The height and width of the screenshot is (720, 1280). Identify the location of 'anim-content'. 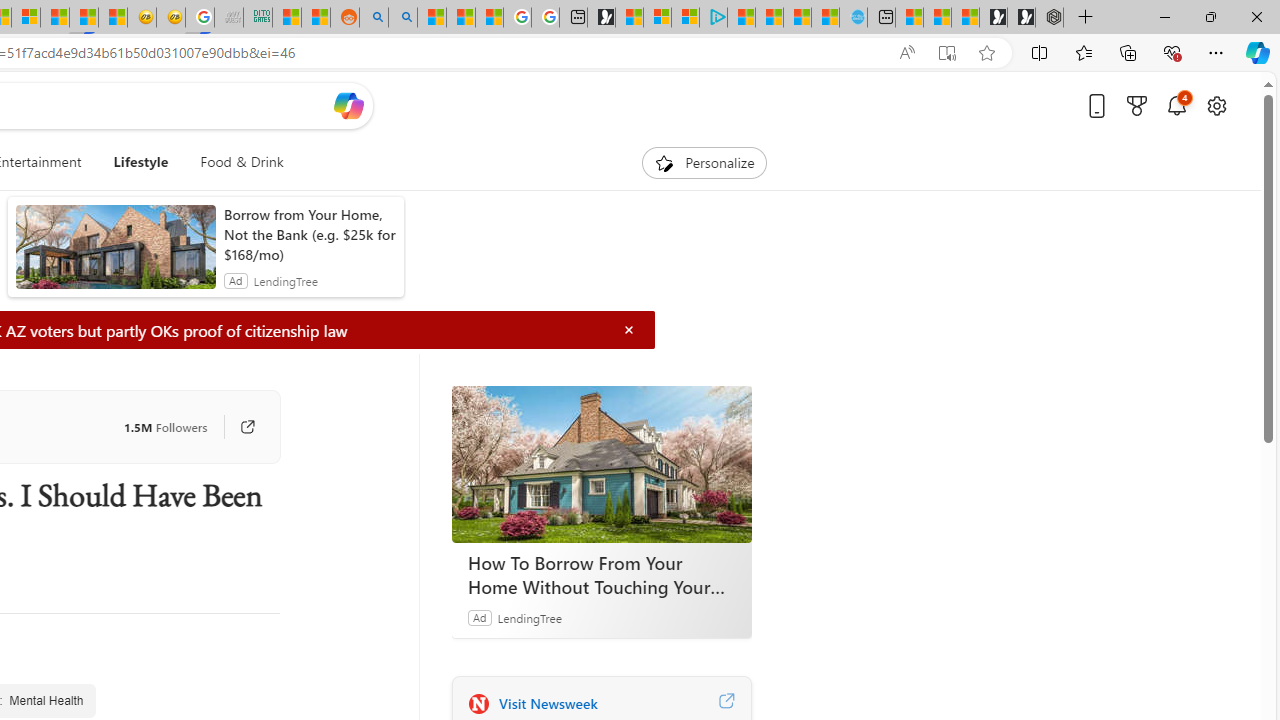
(114, 254).